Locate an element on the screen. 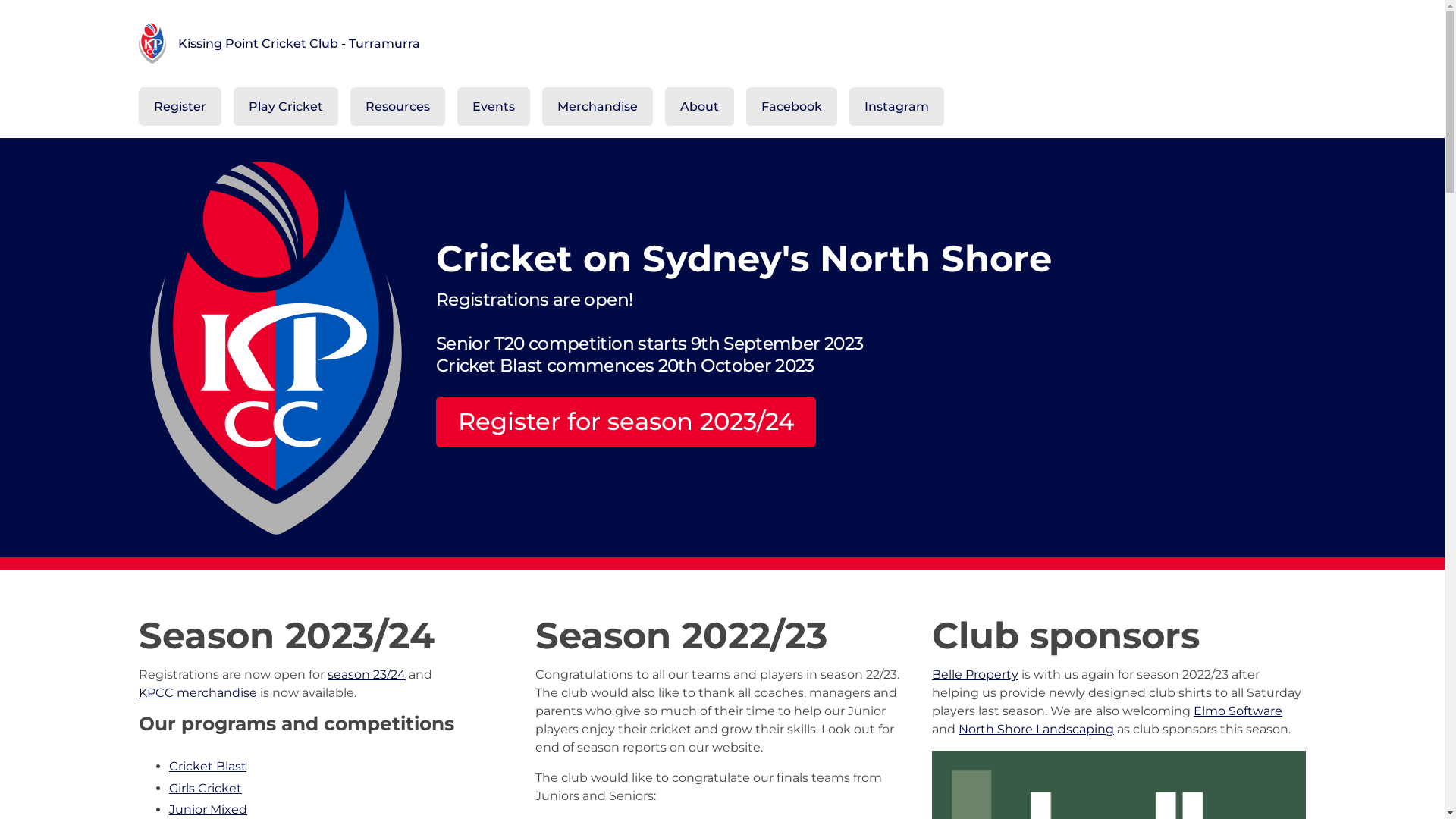 The height and width of the screenshot is (819, 1456). 'Junior Mixed' is located at coordinates (206, 808).